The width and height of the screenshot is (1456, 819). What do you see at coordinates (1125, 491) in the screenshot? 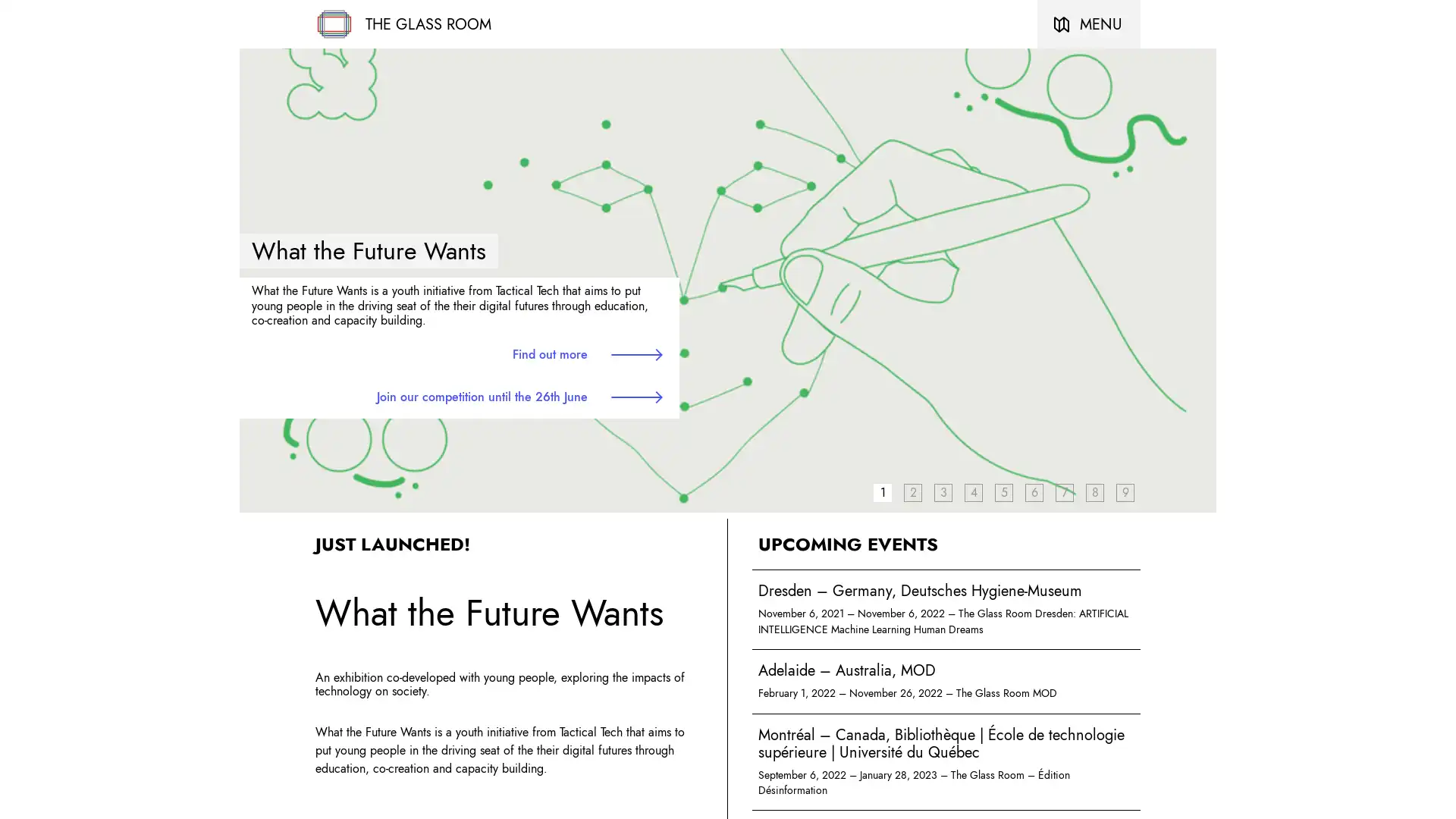
I see `slide item 9` at bounding box center [1125, 491].